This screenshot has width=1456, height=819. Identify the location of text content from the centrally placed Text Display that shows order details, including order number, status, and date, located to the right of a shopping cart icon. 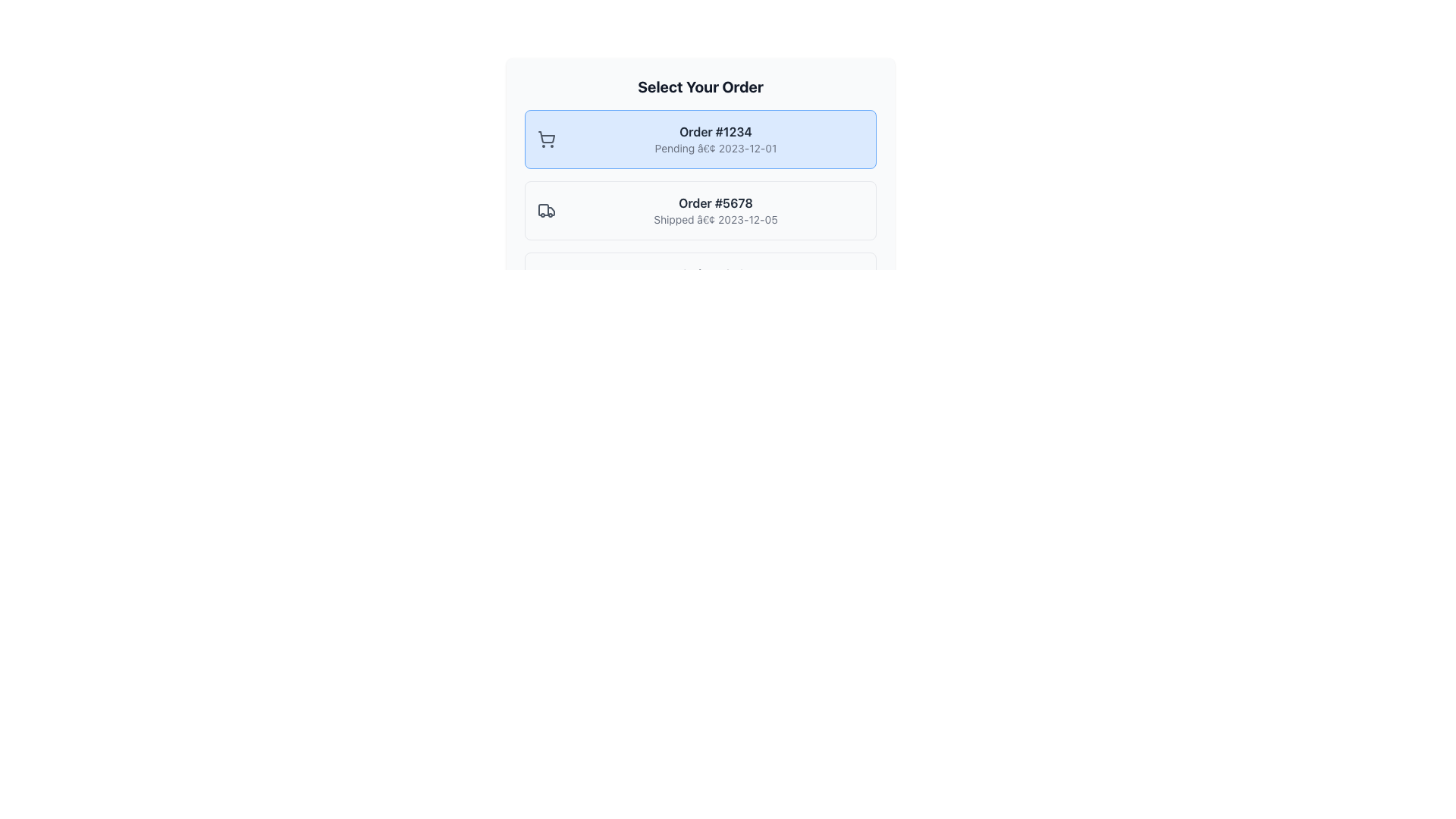
(715, 140).